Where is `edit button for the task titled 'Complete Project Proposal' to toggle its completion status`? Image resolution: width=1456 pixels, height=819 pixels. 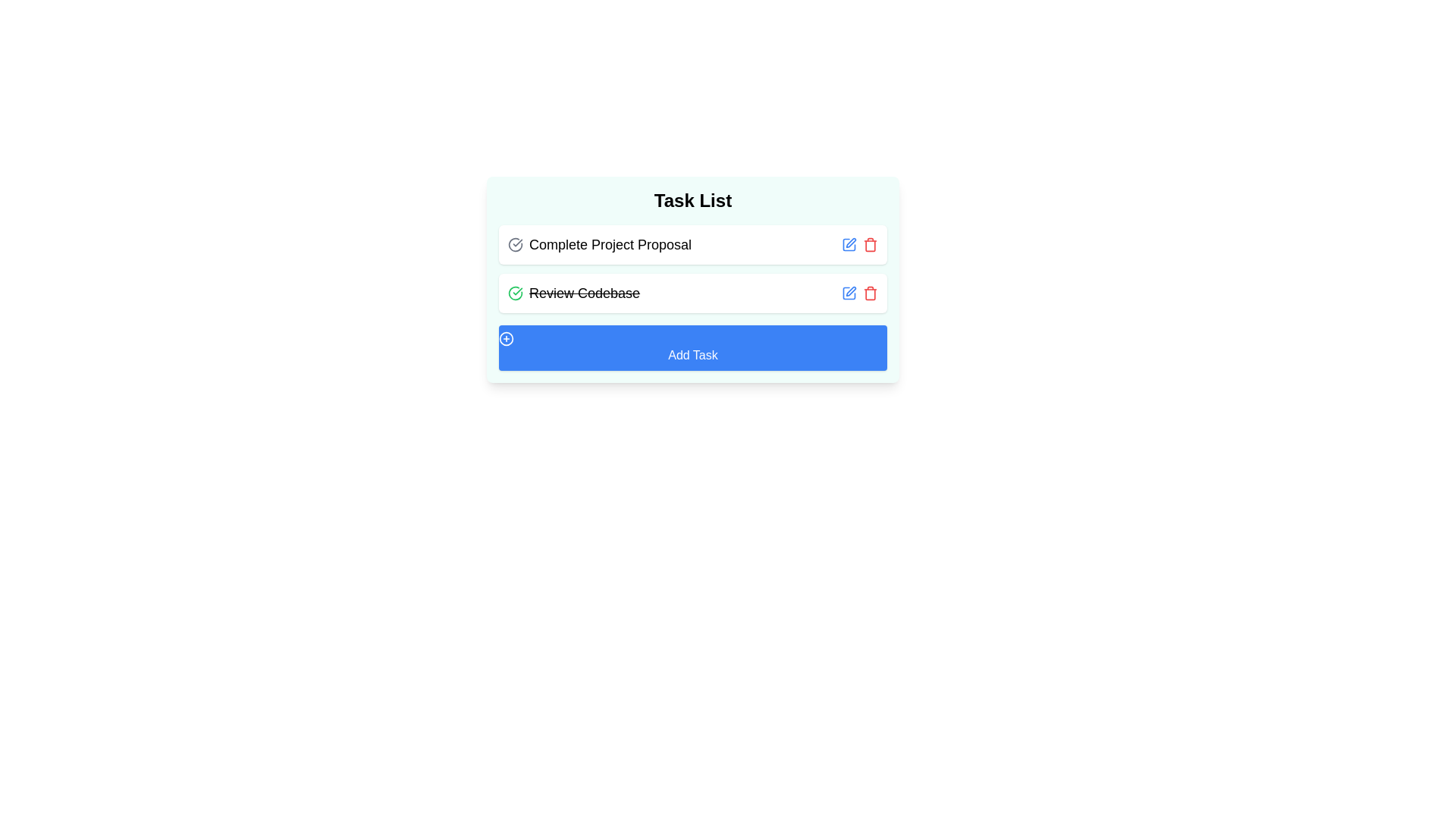 edit button for the task titled 'Complete Project Proposal' to toggle its completion status is located at coordinates (848, 244).